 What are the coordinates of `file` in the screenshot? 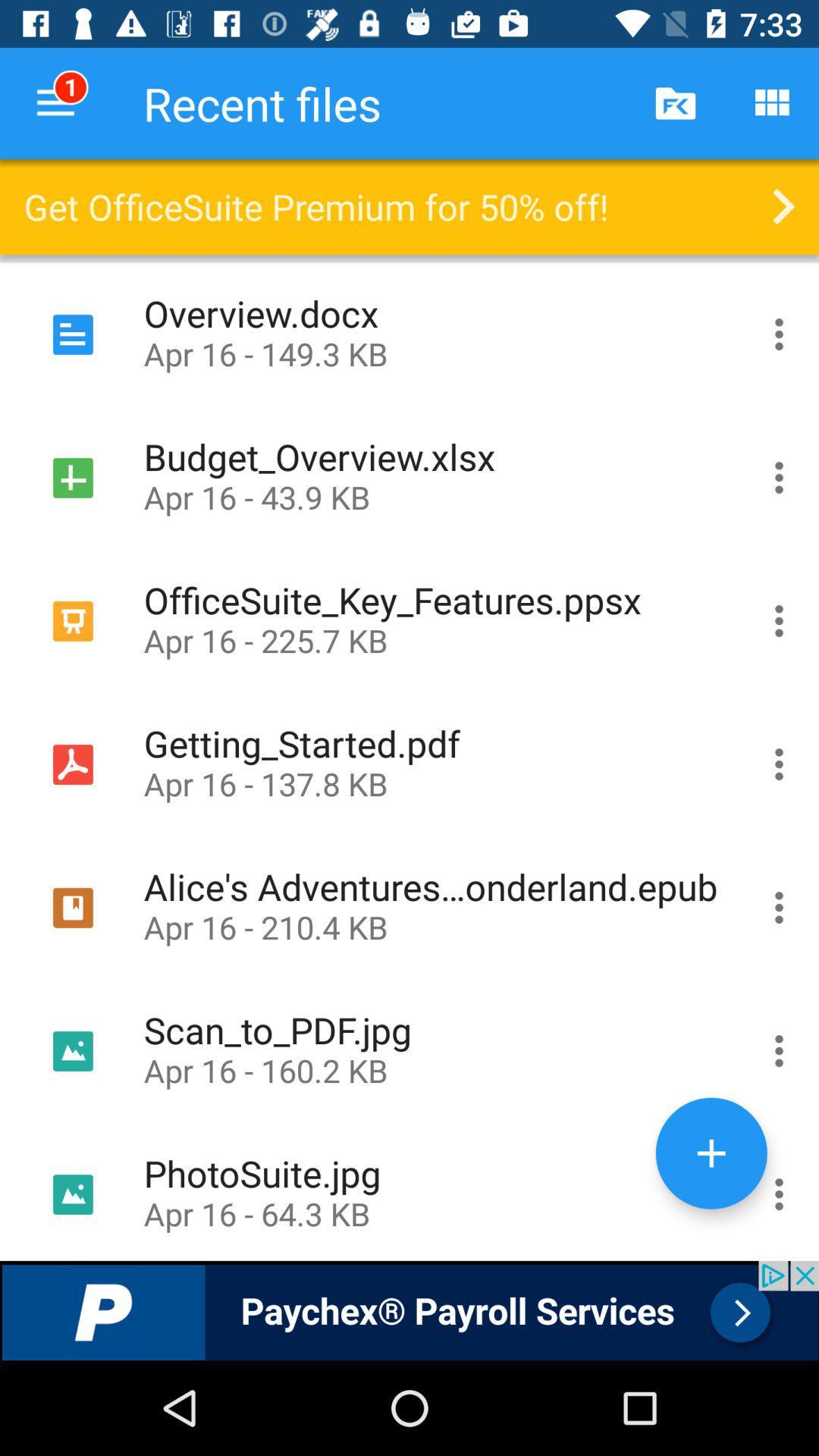 It's located at (711, 1153).